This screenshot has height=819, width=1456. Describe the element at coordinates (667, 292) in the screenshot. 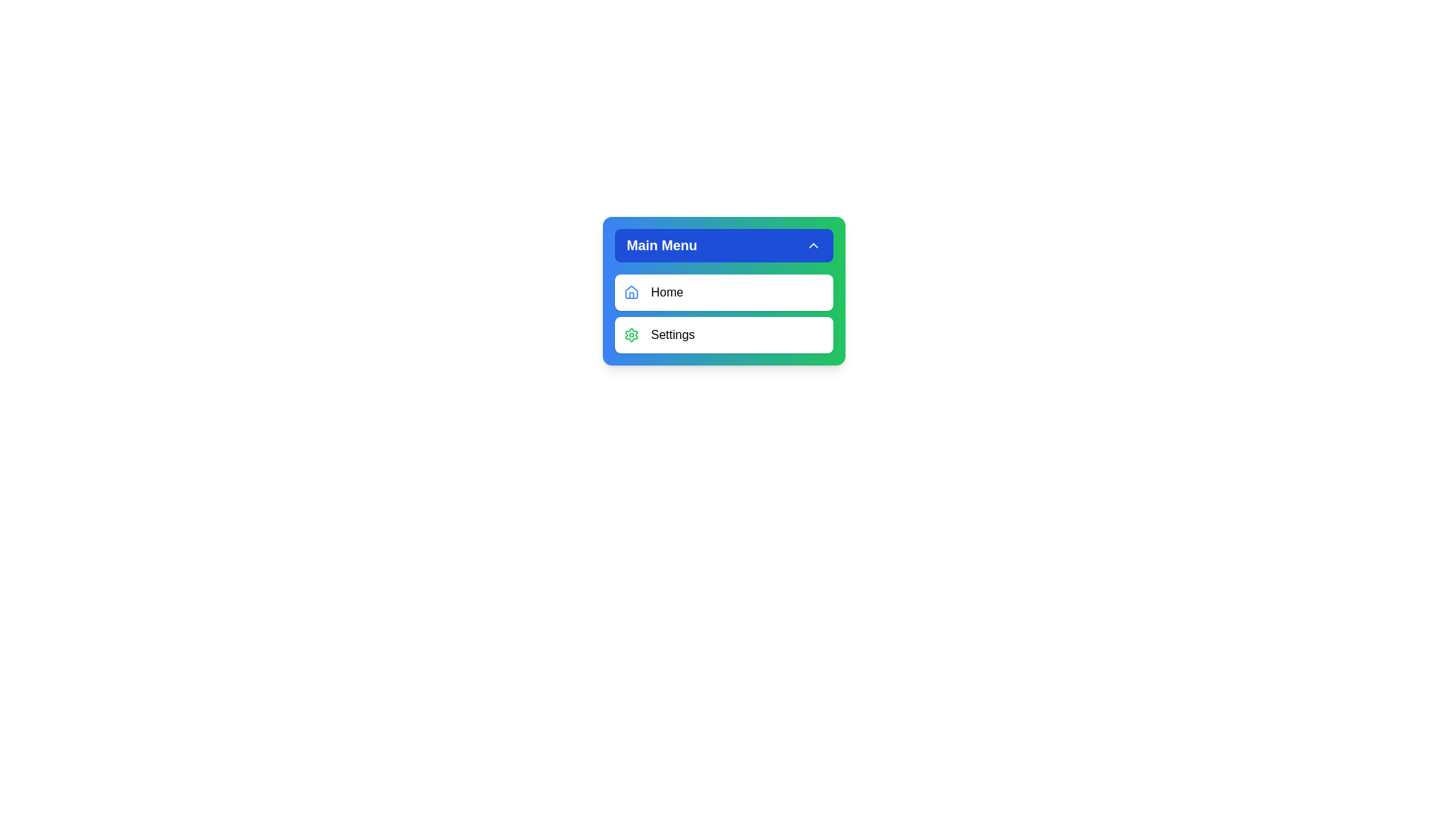

I see `the 'Home' static text label, which is the first option in the menu under the 'Main Menu' blue header, located immediately to the right of the house-shaped icon` at that location.